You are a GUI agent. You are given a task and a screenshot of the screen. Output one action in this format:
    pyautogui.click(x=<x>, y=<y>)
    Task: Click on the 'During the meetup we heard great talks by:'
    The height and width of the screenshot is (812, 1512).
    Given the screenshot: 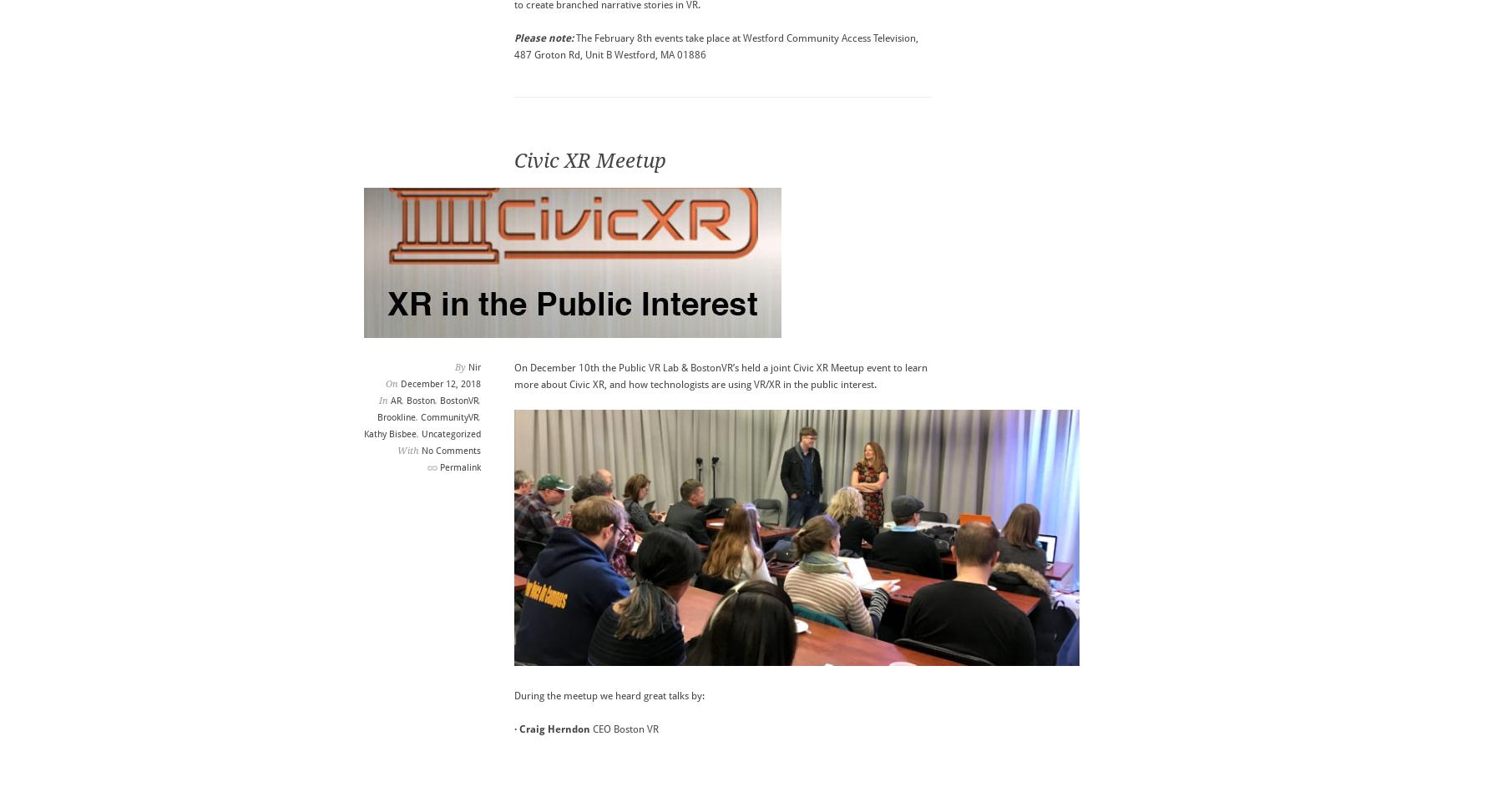 What is the action you would take?
    pyautogui.click(x=607, y=694)
    